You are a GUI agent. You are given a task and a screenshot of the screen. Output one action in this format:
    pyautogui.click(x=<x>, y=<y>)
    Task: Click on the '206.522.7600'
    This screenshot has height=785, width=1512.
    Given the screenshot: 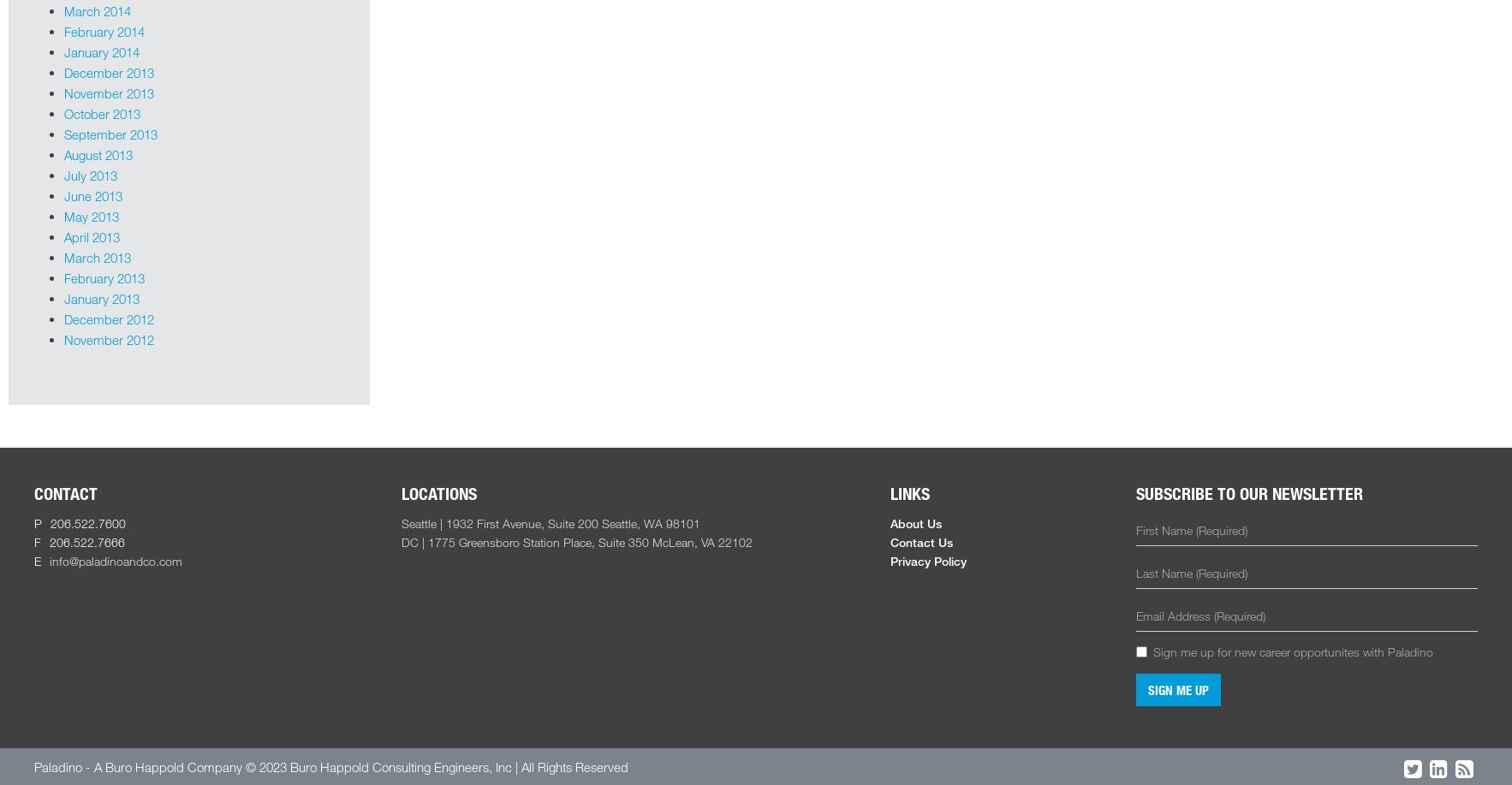 What is the action you would take?
    pyautogui.click(x=86, y=521)
    